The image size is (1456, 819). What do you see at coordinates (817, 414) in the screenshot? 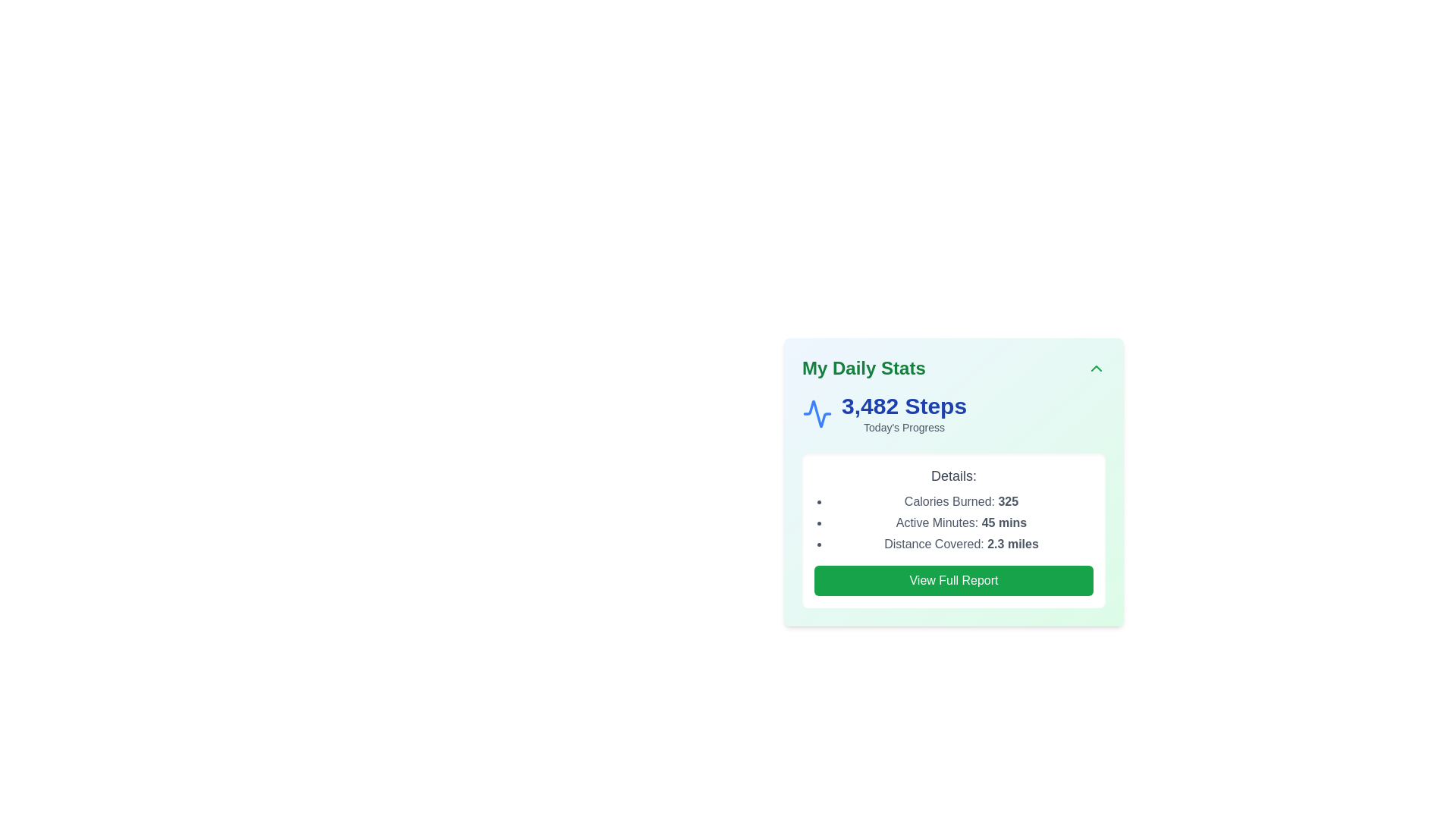
I see `the activity statistics icon located at the top-left corner of the 'My Daily Stats' card, positioned to the left of the '3,482 Steps' text` at bounding box center [817, 414].